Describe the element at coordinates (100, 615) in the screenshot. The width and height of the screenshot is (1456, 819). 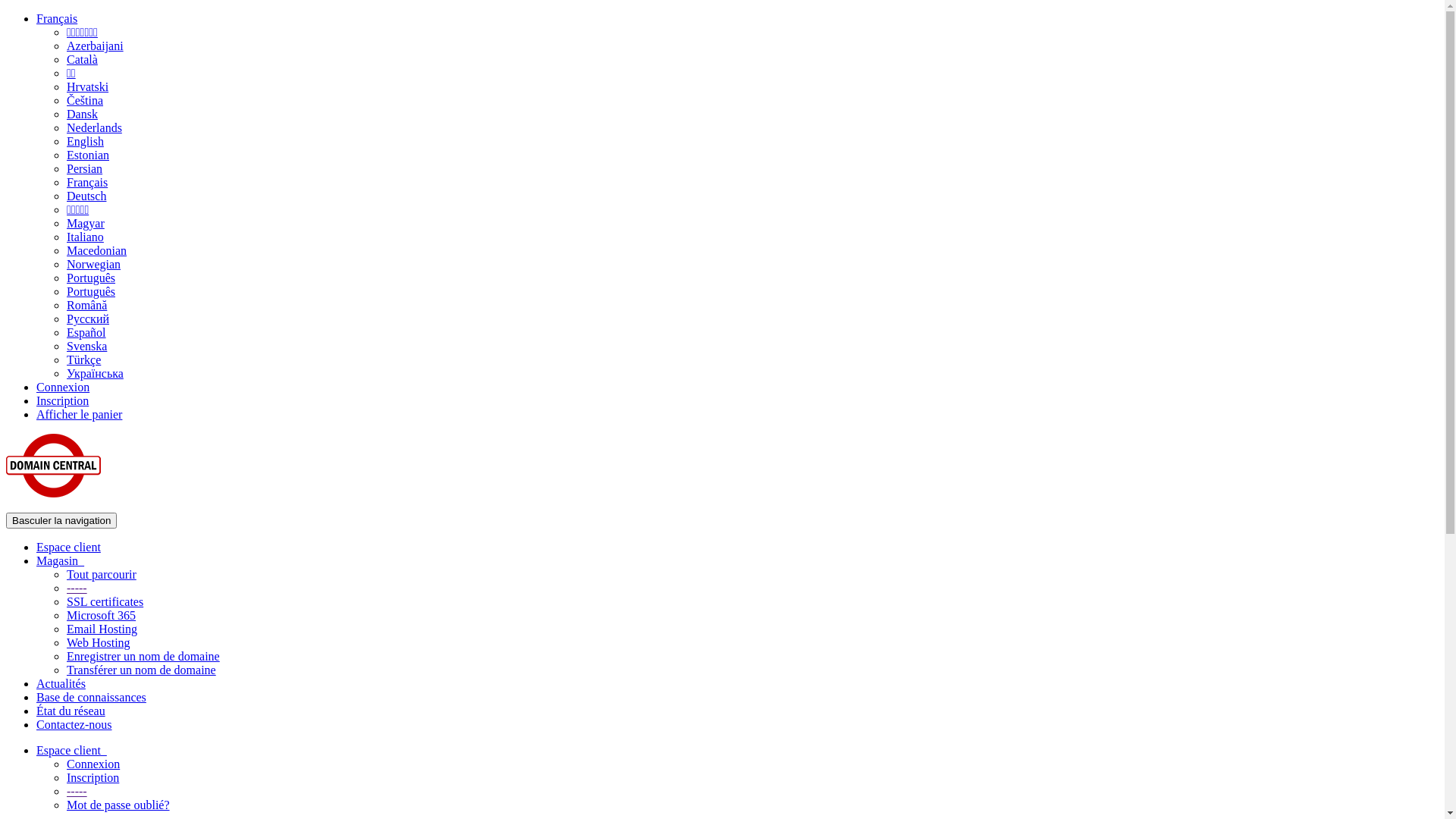
I see `'Microsoft 365'` at that location.